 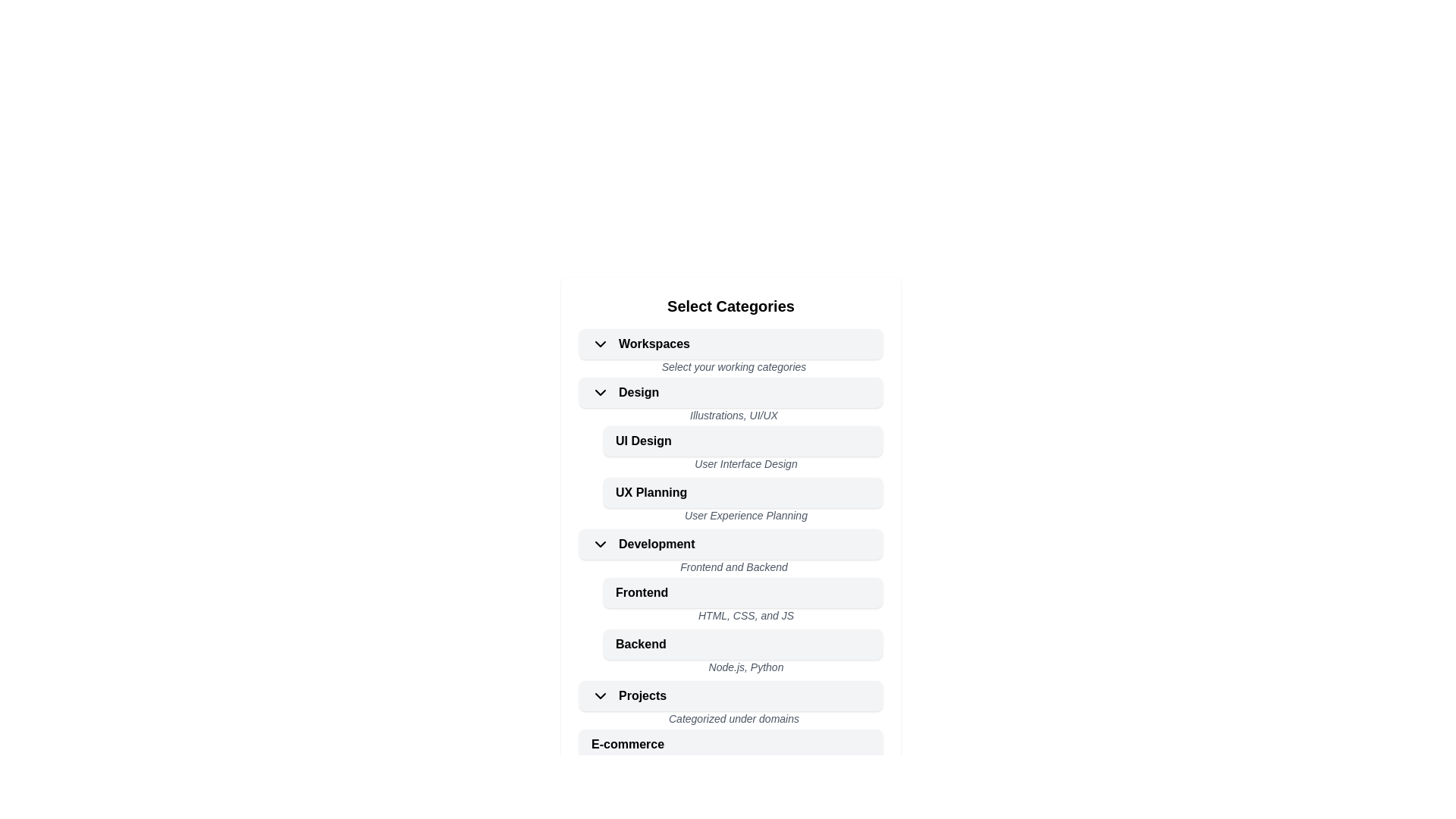 What do you see at coordinates (731, 502) in the screenshot?
I see `the selectable option for 'UX Planning' located under the 'Design' section, which follows the 'UI Design' entry` at bounding box center [731, 502].